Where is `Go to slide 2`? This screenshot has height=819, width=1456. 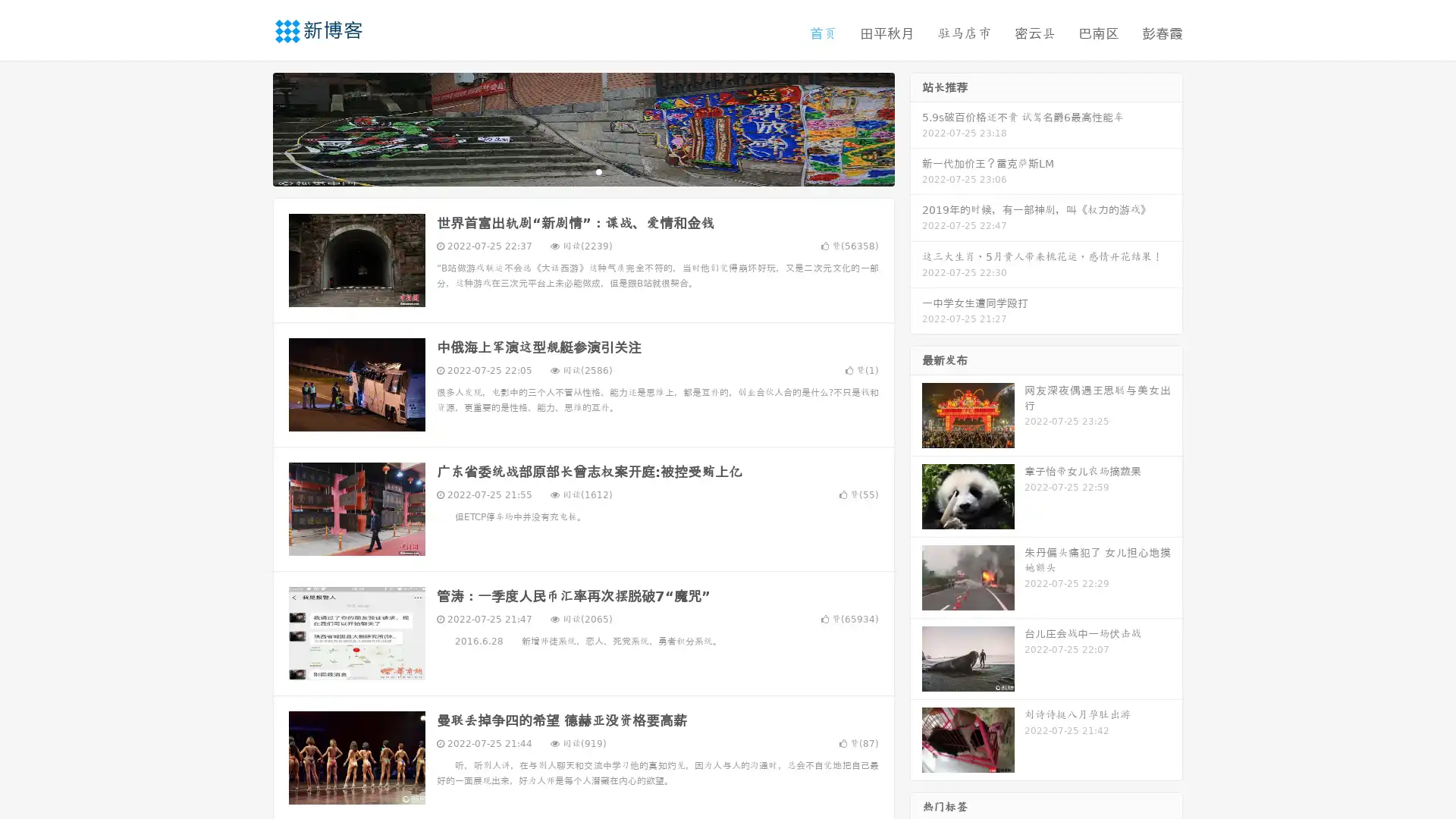
Go to slide 2 is located at coordinates (582, 171).